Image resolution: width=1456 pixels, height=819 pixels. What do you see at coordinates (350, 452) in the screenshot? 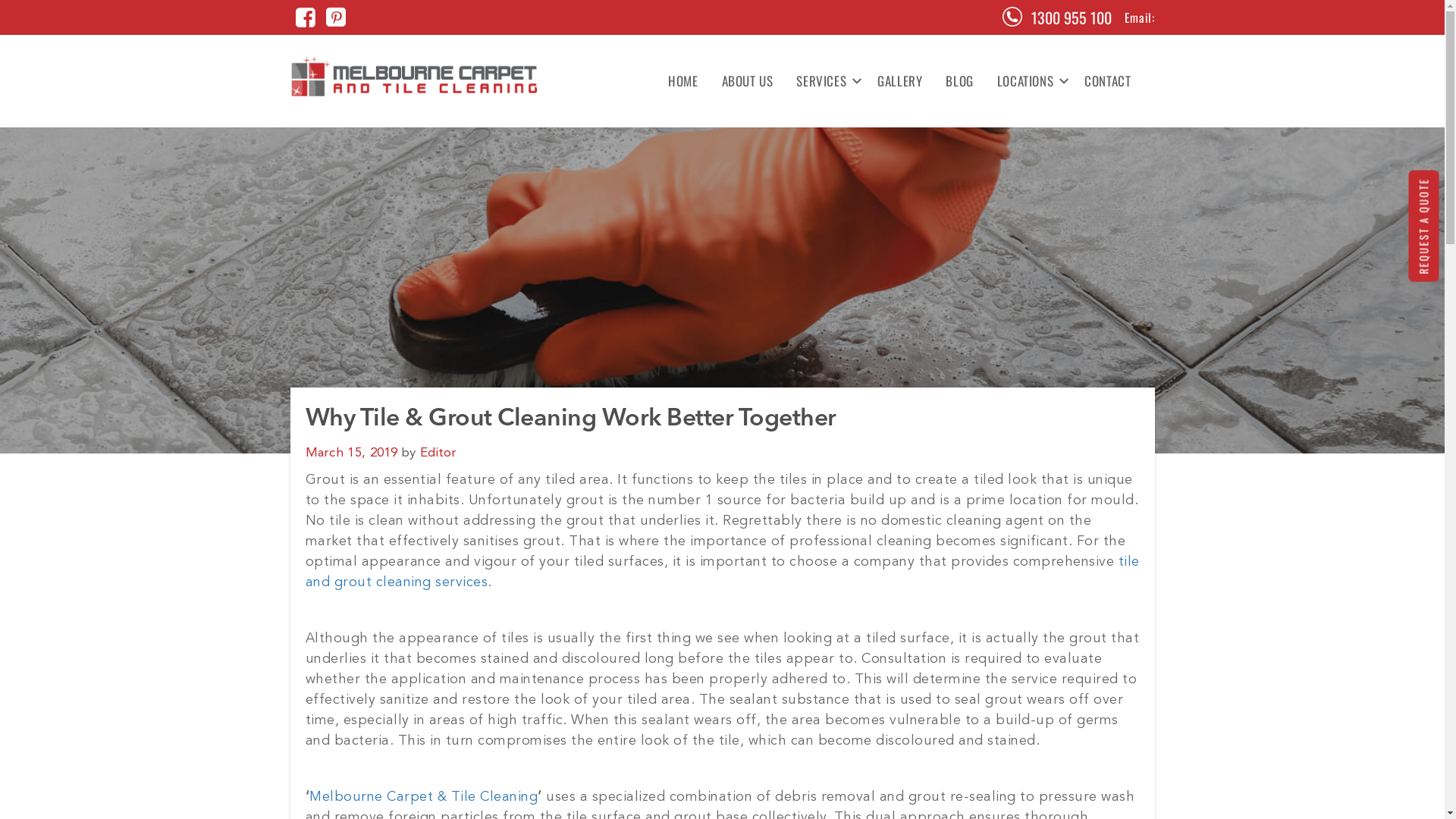
I see `'March 15, 2019'` at bounding box center [350, 452].